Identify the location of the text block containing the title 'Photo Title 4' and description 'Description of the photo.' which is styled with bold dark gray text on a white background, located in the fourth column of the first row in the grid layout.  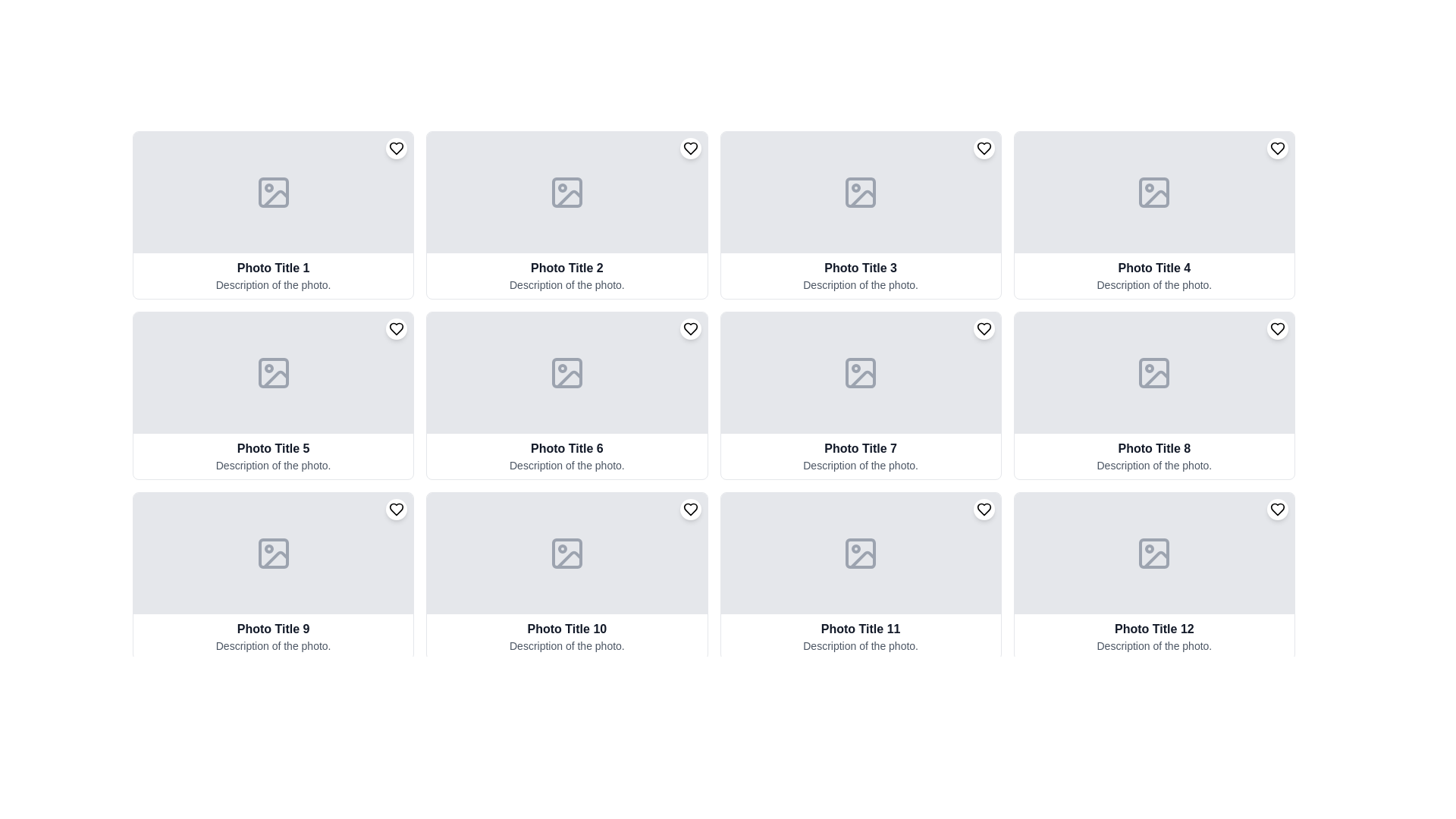
(1153, 275).